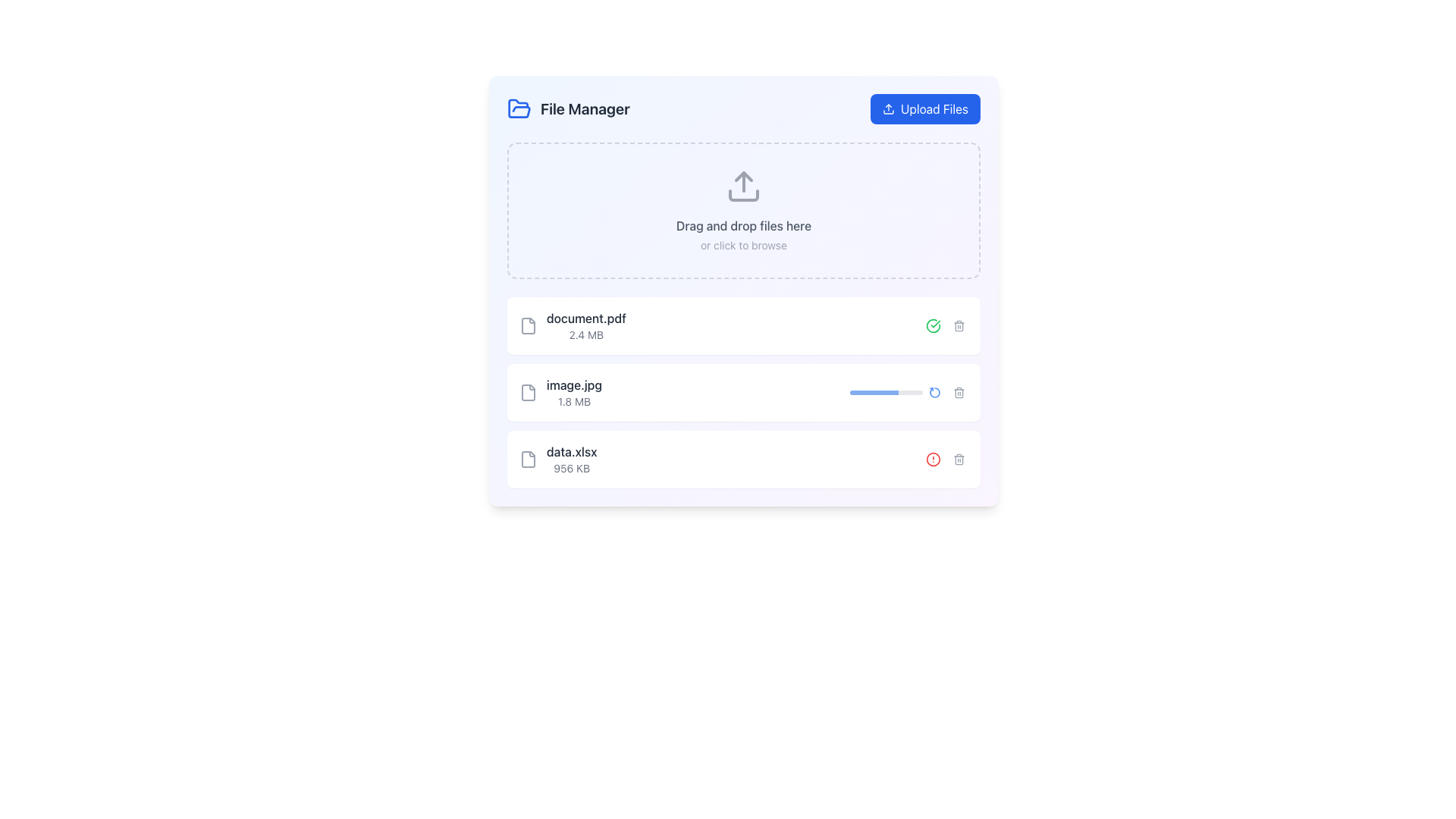  What do you see at coordinates (959, 391) in the screenshot?
I see `the delete button located to the far right of a list item in the file management interface` at bounding box center [959, 391].